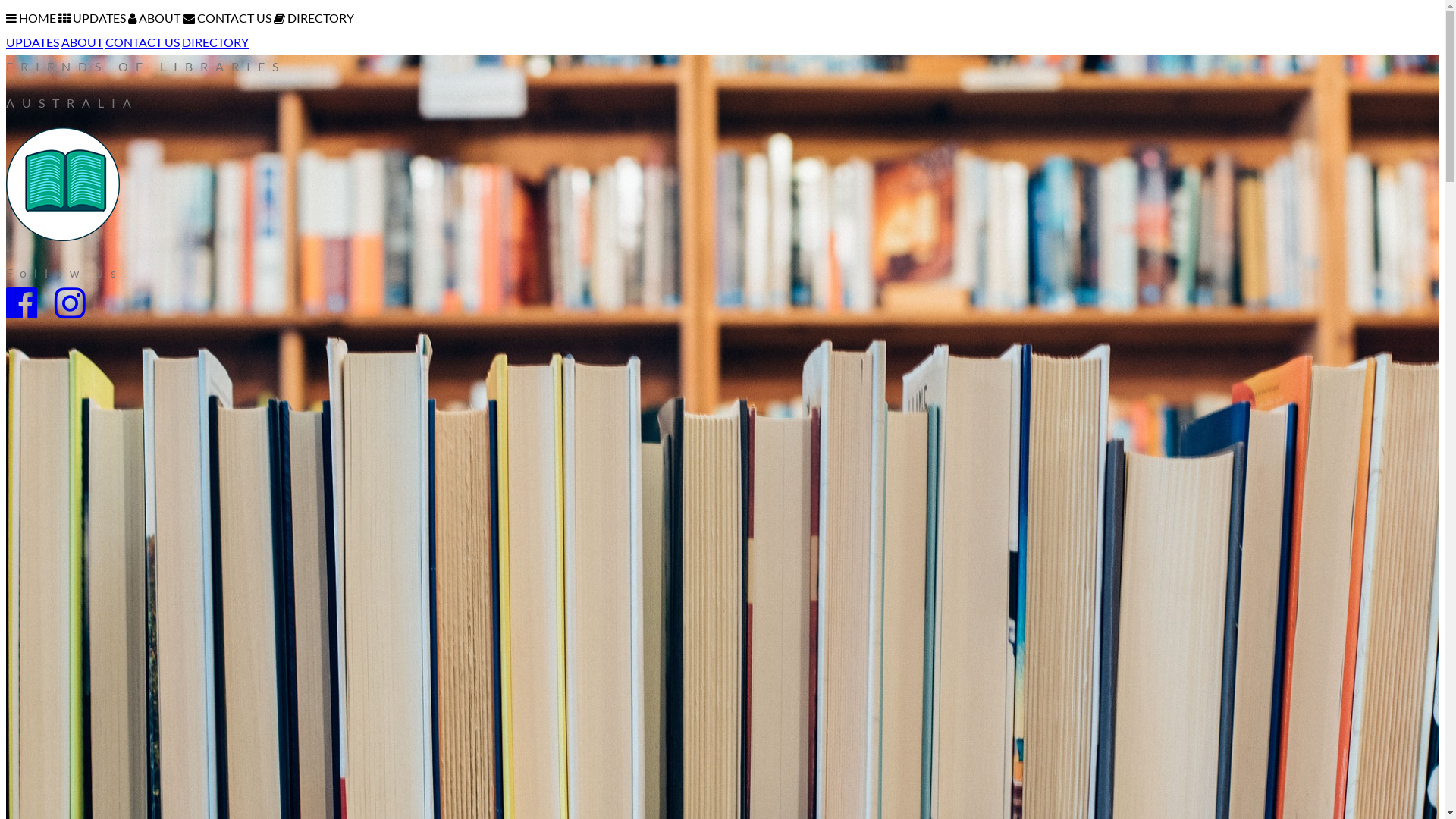 The width and height of the screenshot is (1456, 819). What do you see at coordinates (12, 17) in the screenshot?
I see `'Toggle Navigation Menu'` at bounding box center [12, 17].